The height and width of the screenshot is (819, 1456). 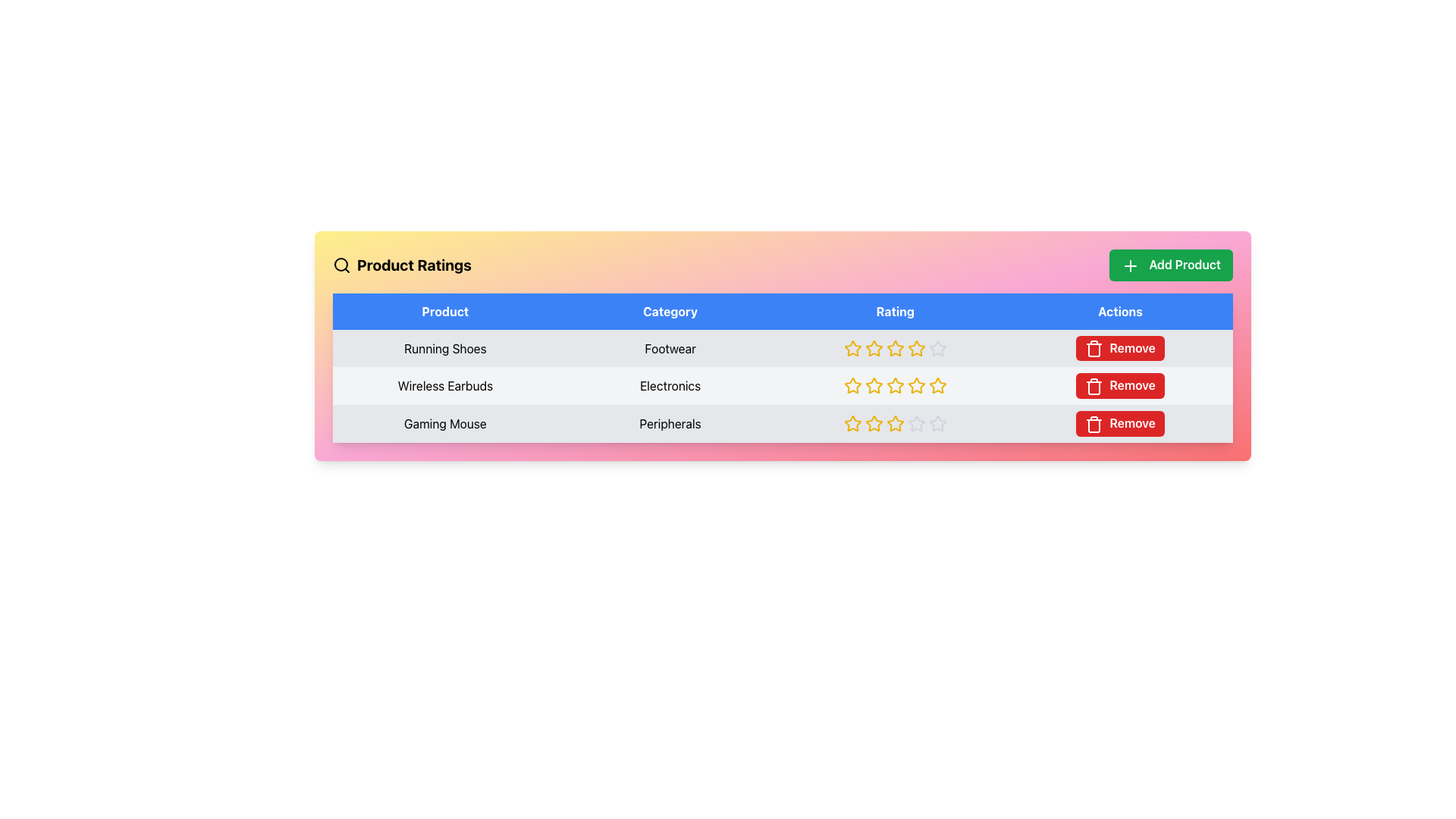 I want to click on the fourth star icon in the rating section for the product category 'Footwear', so click(x=895, y=348).